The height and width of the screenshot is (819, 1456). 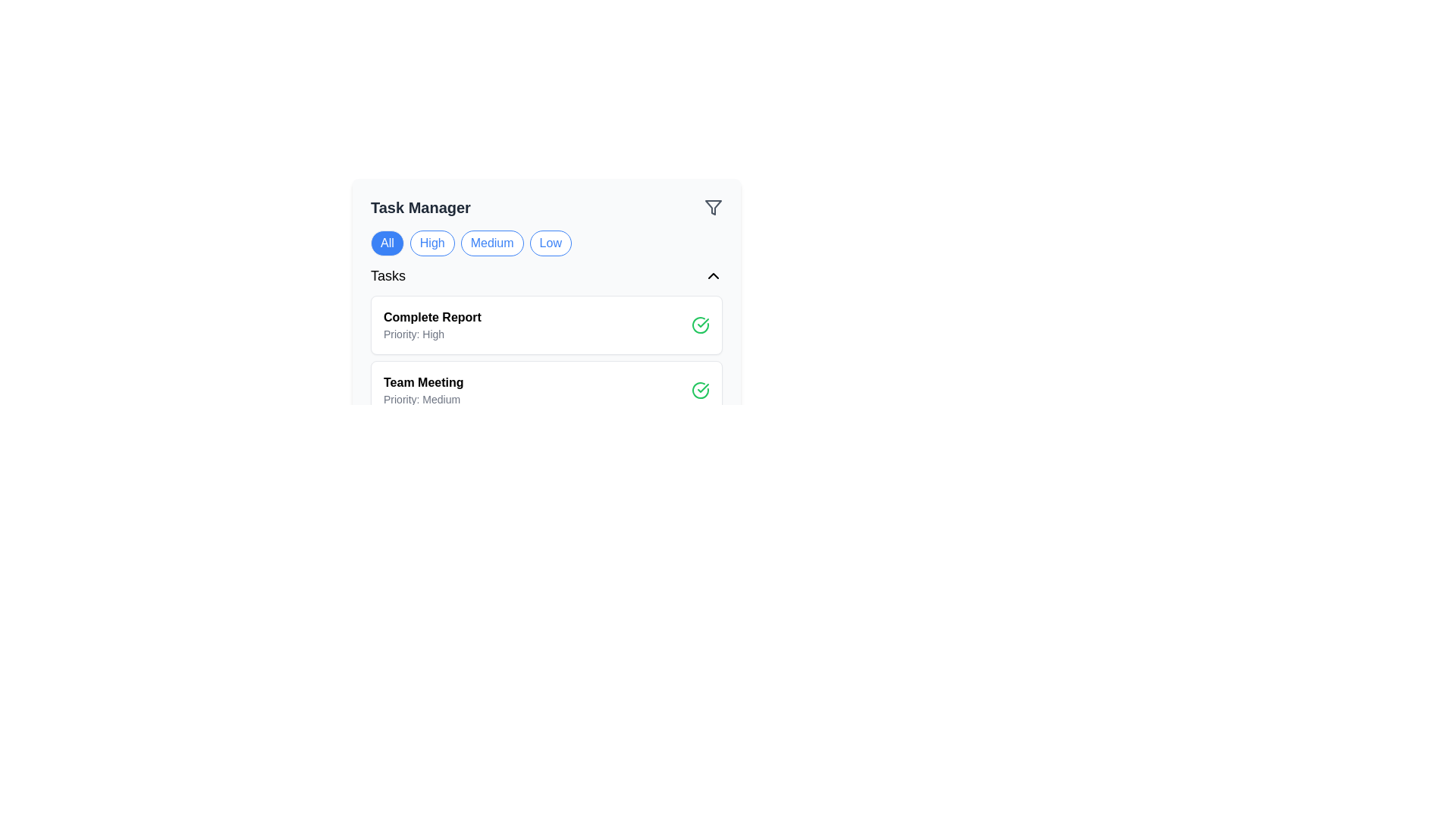 I want to click on the text label that reads 'Priority: Medium', which is styled with a small font size and muted gray color, located below 'Team Meeting' in the 'Task Manager' interface, so click(x=423, y=399).